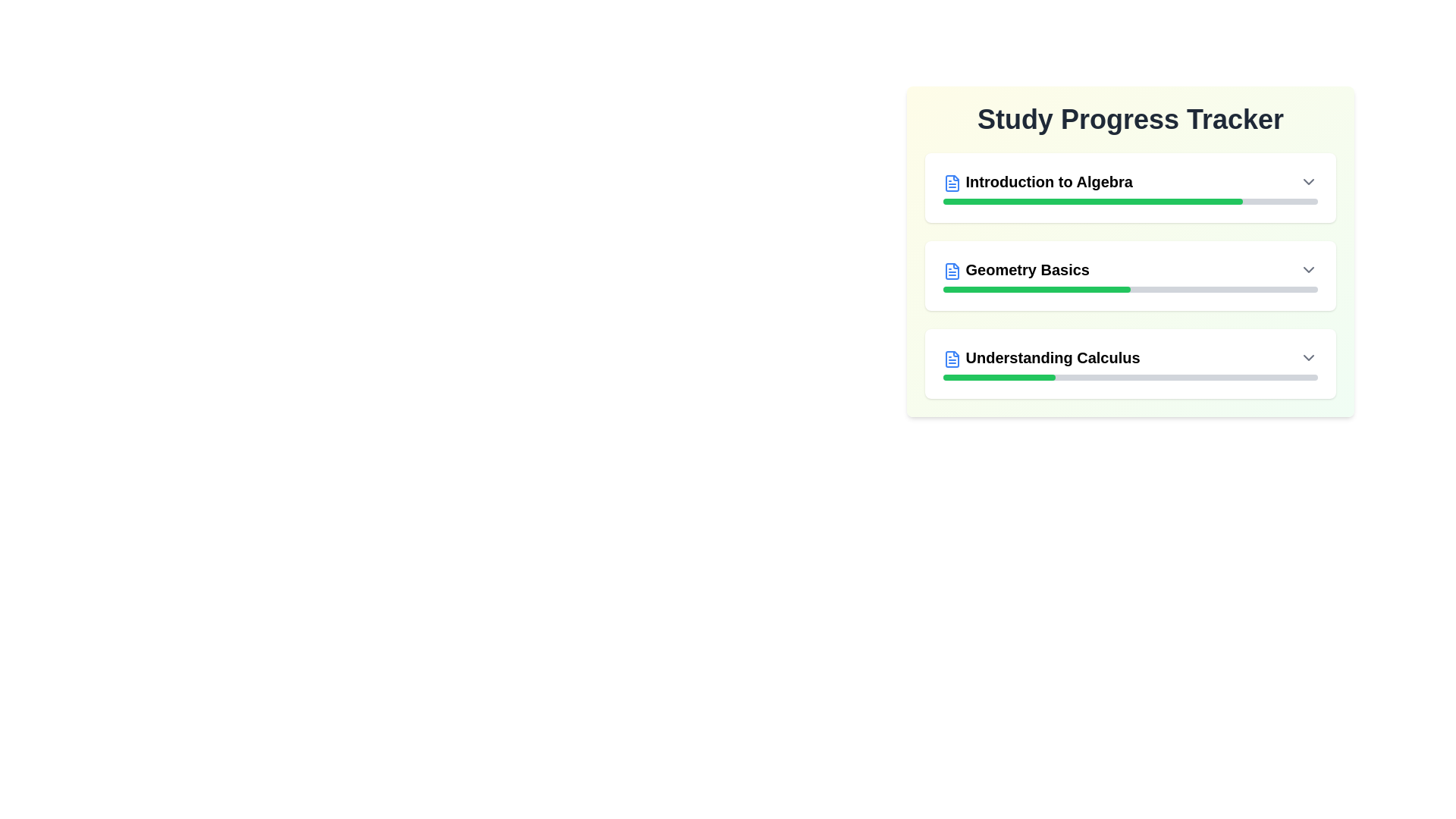 The height and width of the screenshot is (819, 1456). I want to click on the progress bar indicating 30% completion below the 'Understanding Calculus' section in the Study Progress Tracker, so click(1131, 376).